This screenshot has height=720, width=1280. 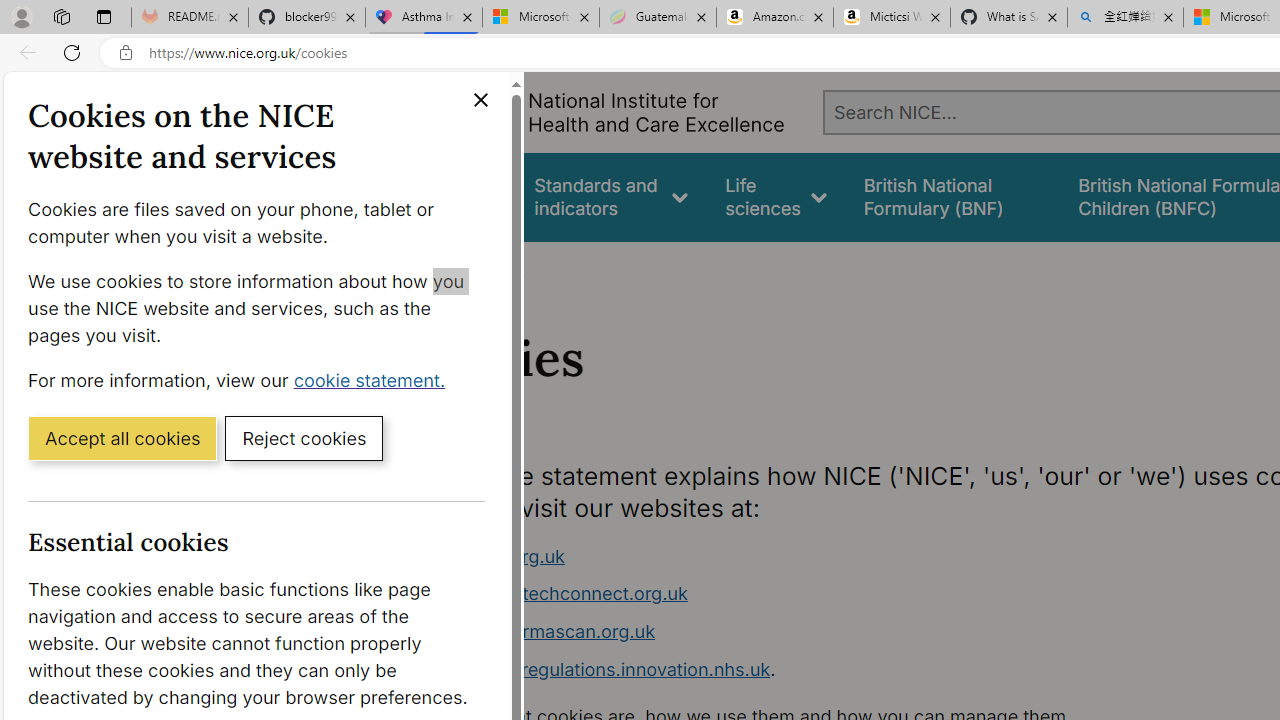 I want to click on 'Life sciences', so click(x=775, y=197).